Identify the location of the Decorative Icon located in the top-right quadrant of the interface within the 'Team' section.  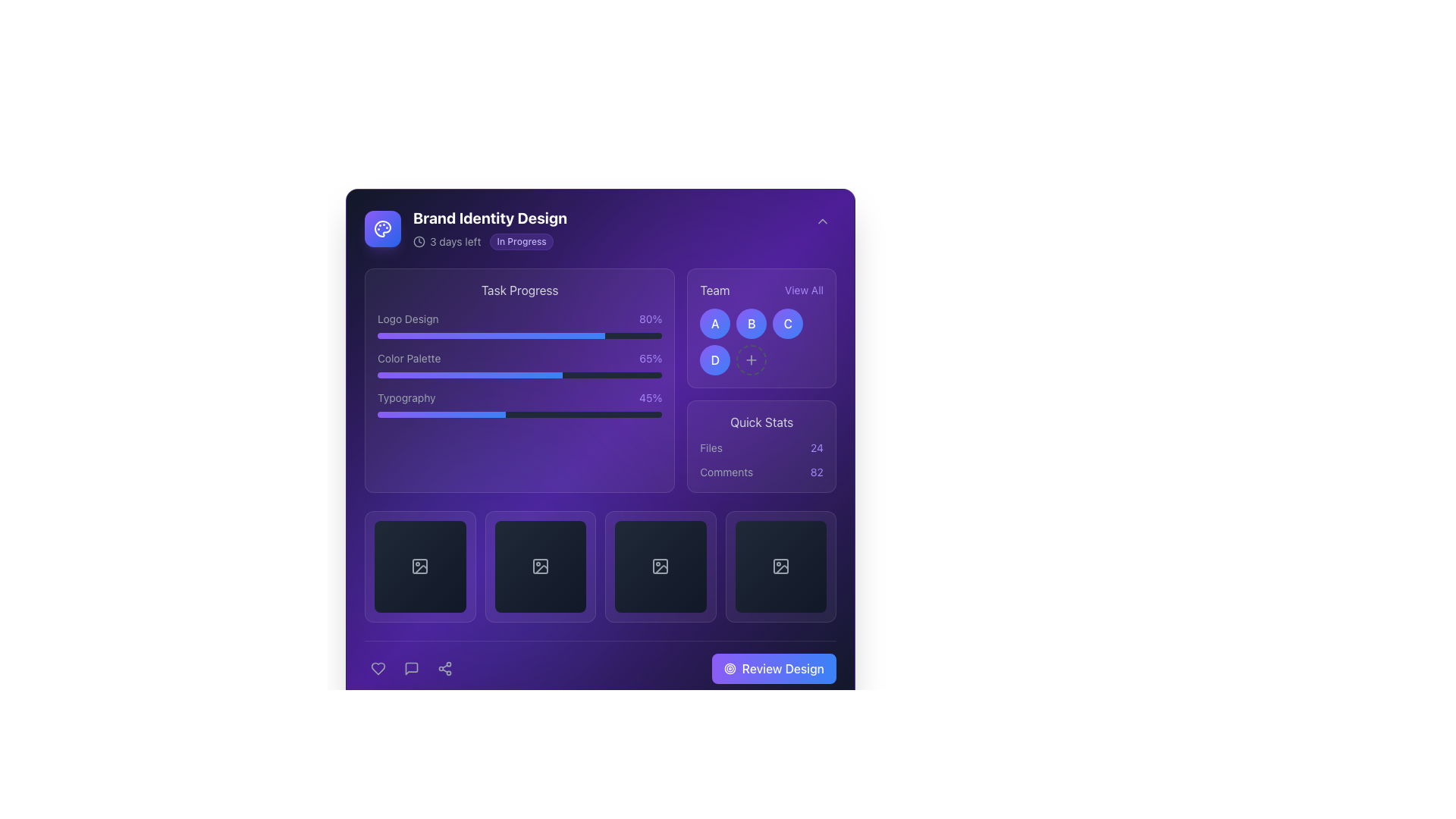
(382, 228).